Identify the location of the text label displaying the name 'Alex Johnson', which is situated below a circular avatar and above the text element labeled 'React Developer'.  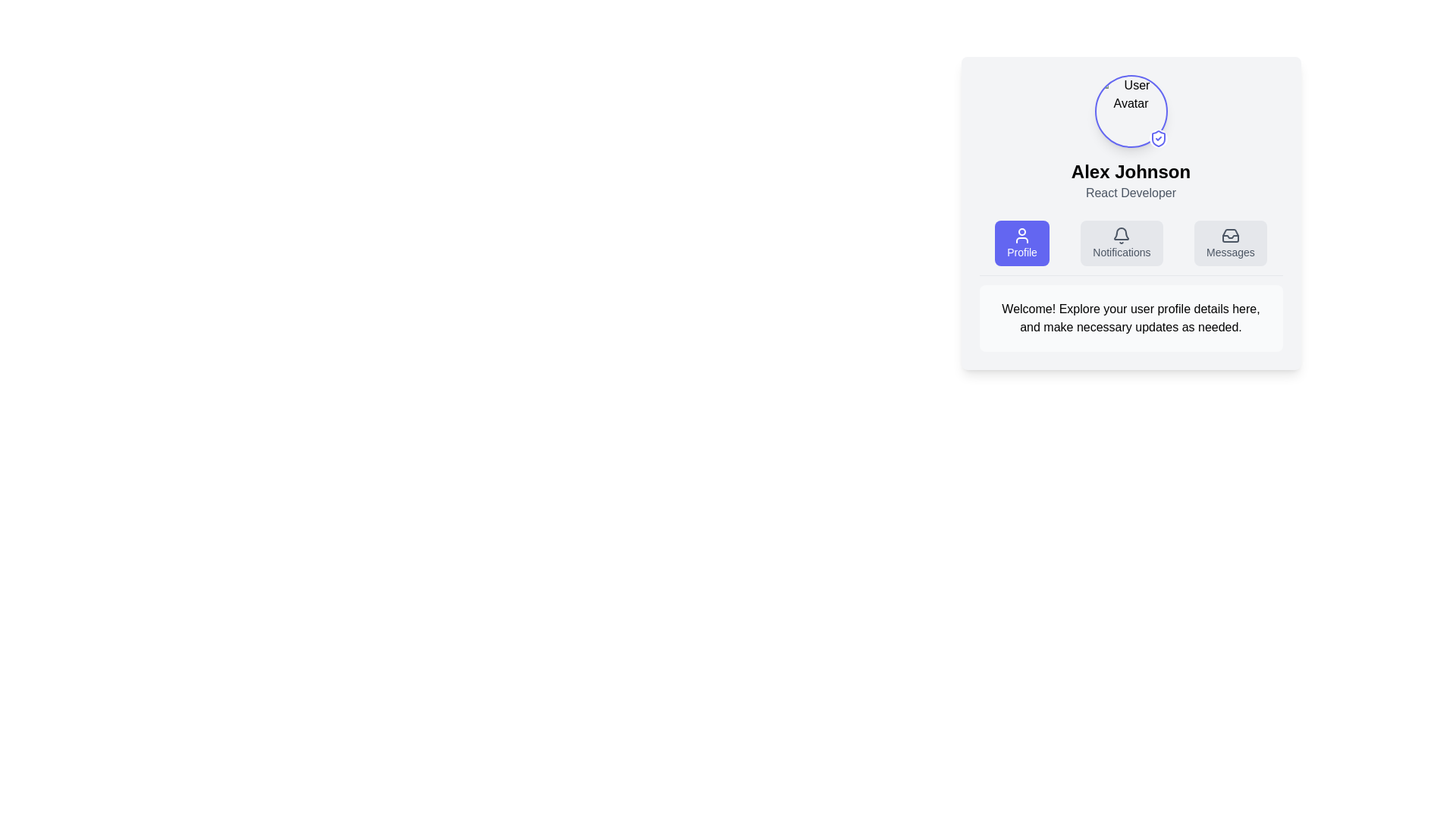
(1131, 171).